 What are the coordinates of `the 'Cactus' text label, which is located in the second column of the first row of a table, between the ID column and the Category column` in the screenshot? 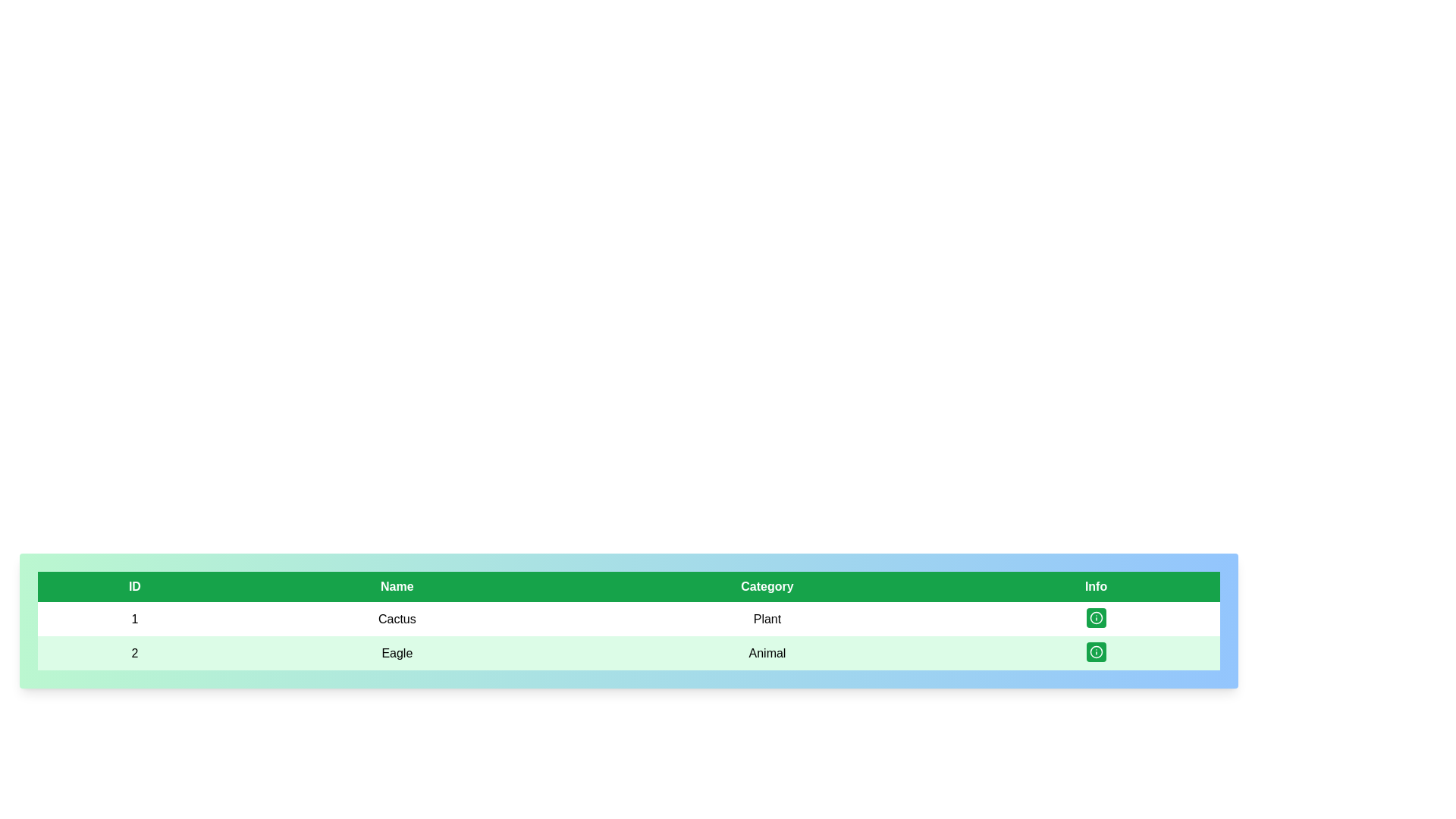 It's located at (397, 619).